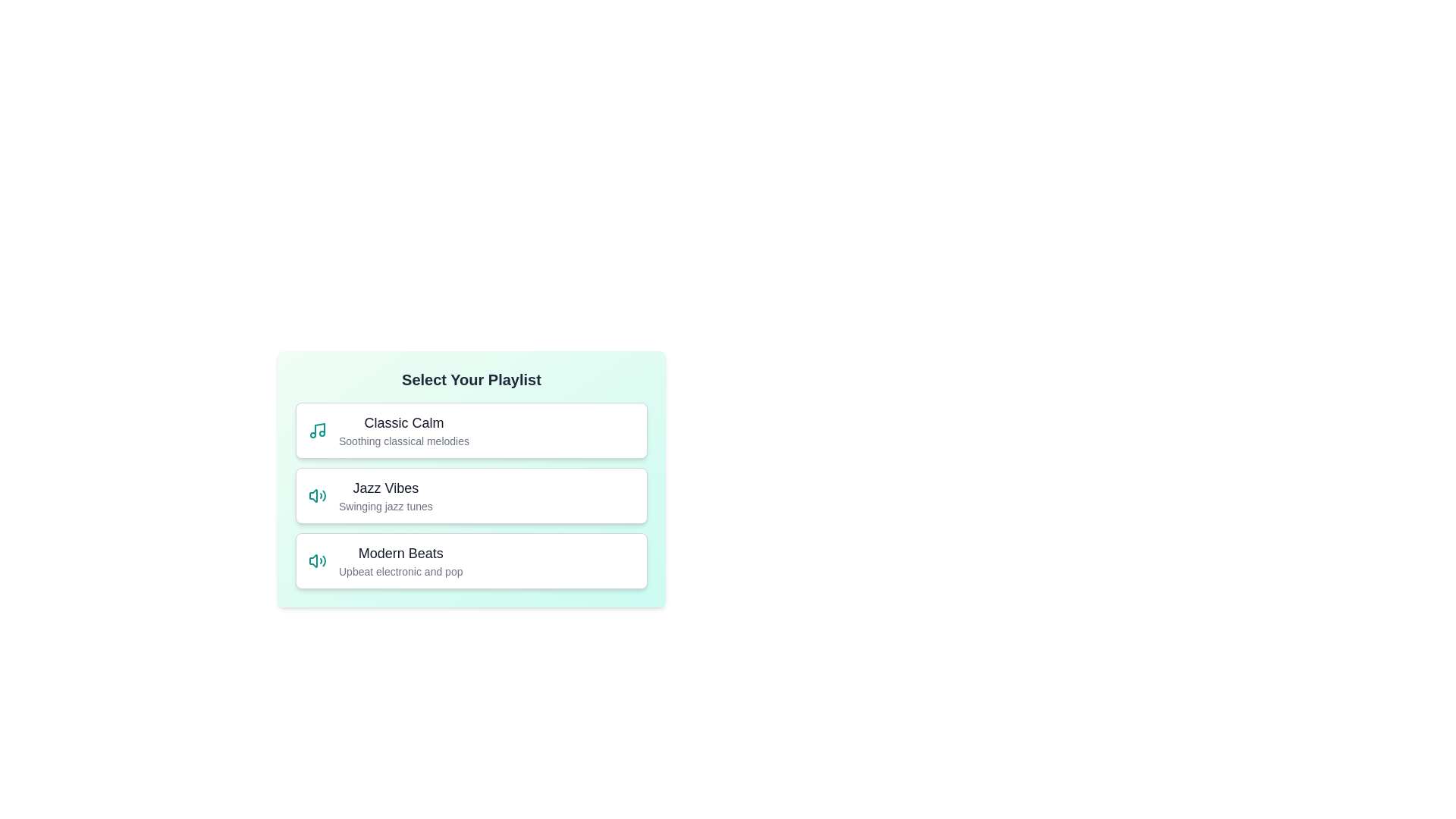 This screenshot has height=819, width=1456. What do you see at coordinates (403, 430) in the screenshot?
I see `text content of the playlist titled 'Classic Calm' with the description 'Soothing classical melodies.'` at bounding box center [403, 430].